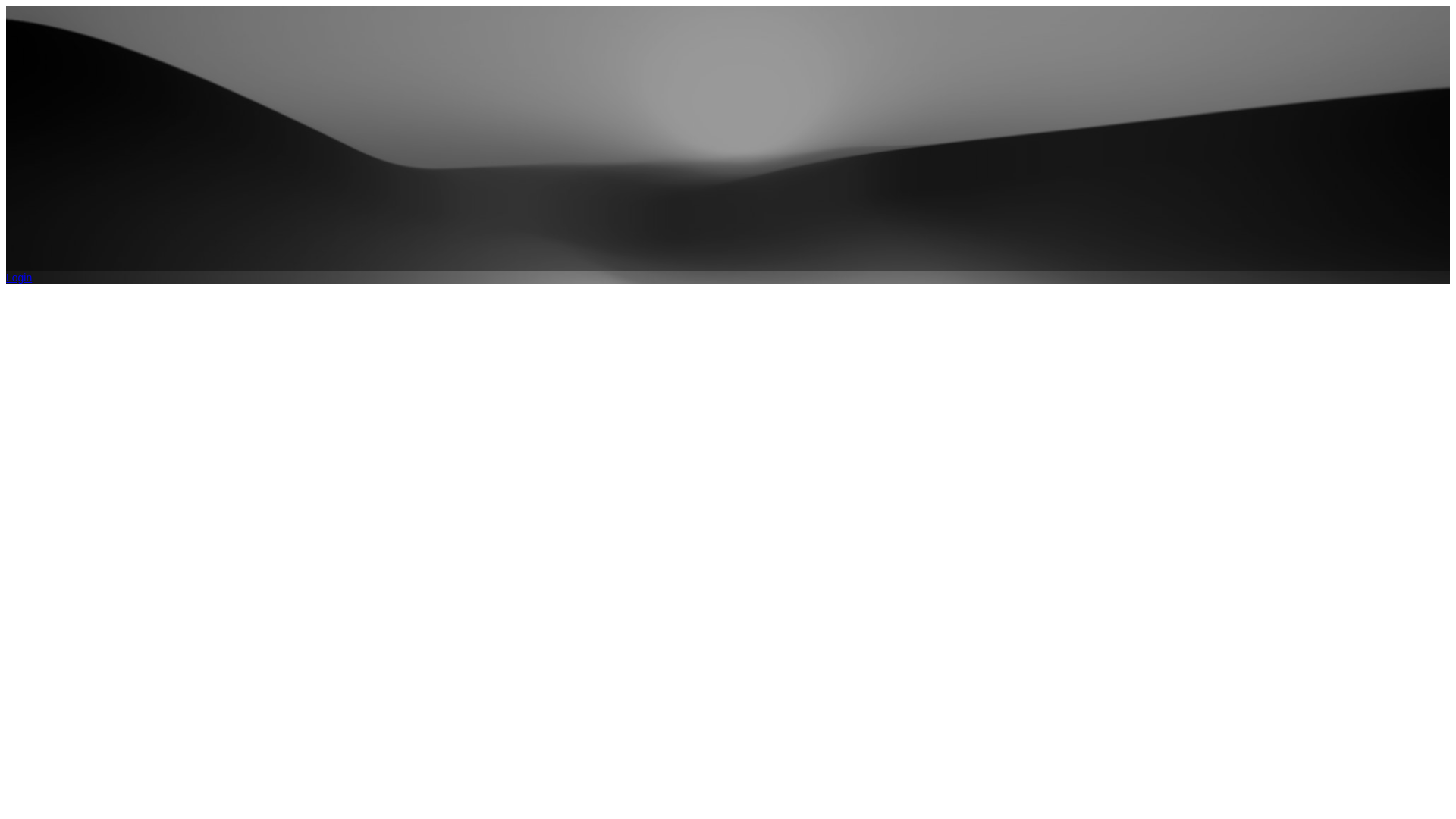 This screenshot has height=819, width=1456. Describe the element at coordinates (18, 278) in the screenshot. I see `'Login'` at that location.